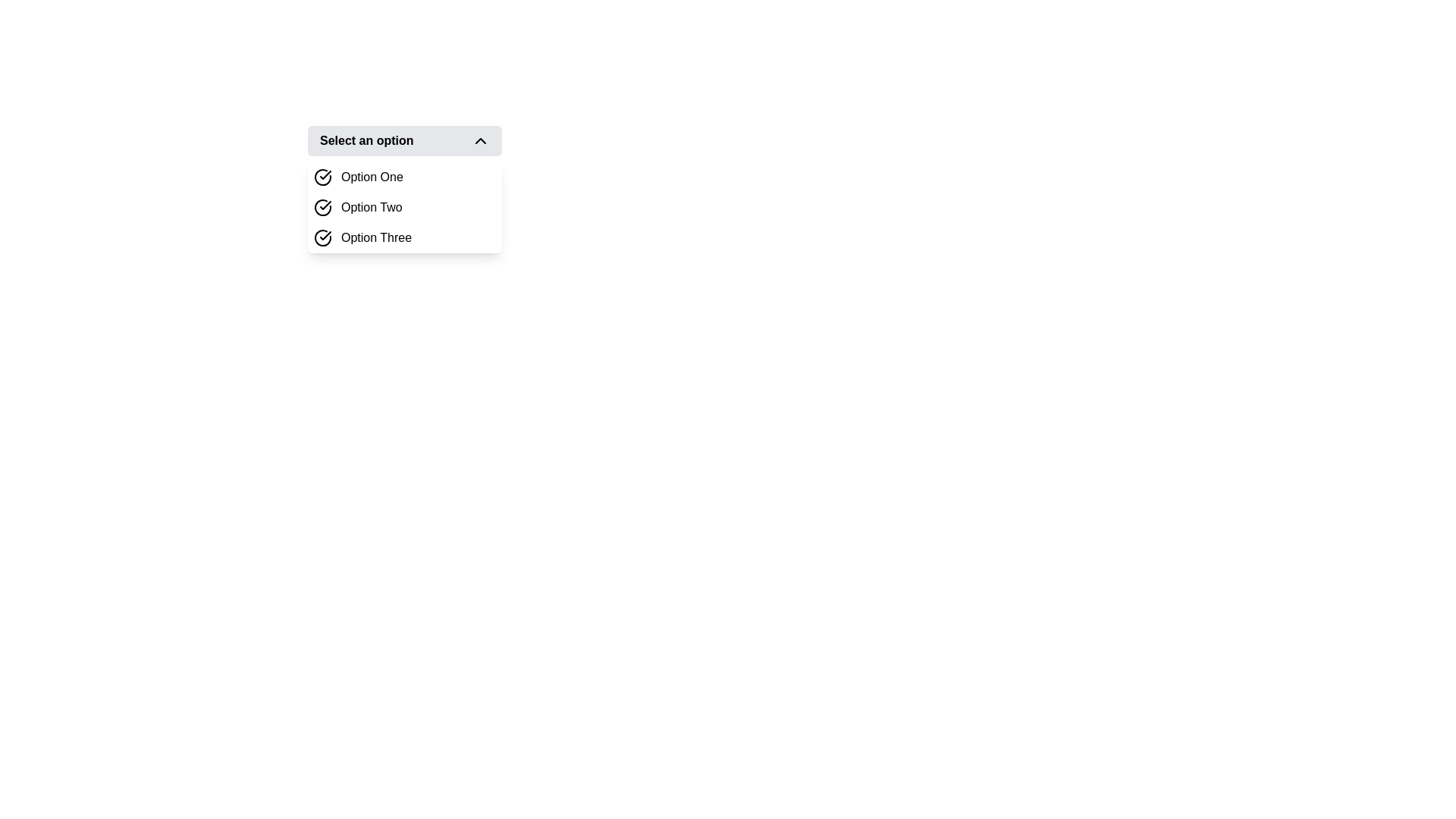 This screenshot has height=819, width=1456. Describe the element at coordinates (479, 140) in the screenshot. I see `the black upward-pointing chevron arrow icon located at the right end of the 'Select an option' button` at that location.